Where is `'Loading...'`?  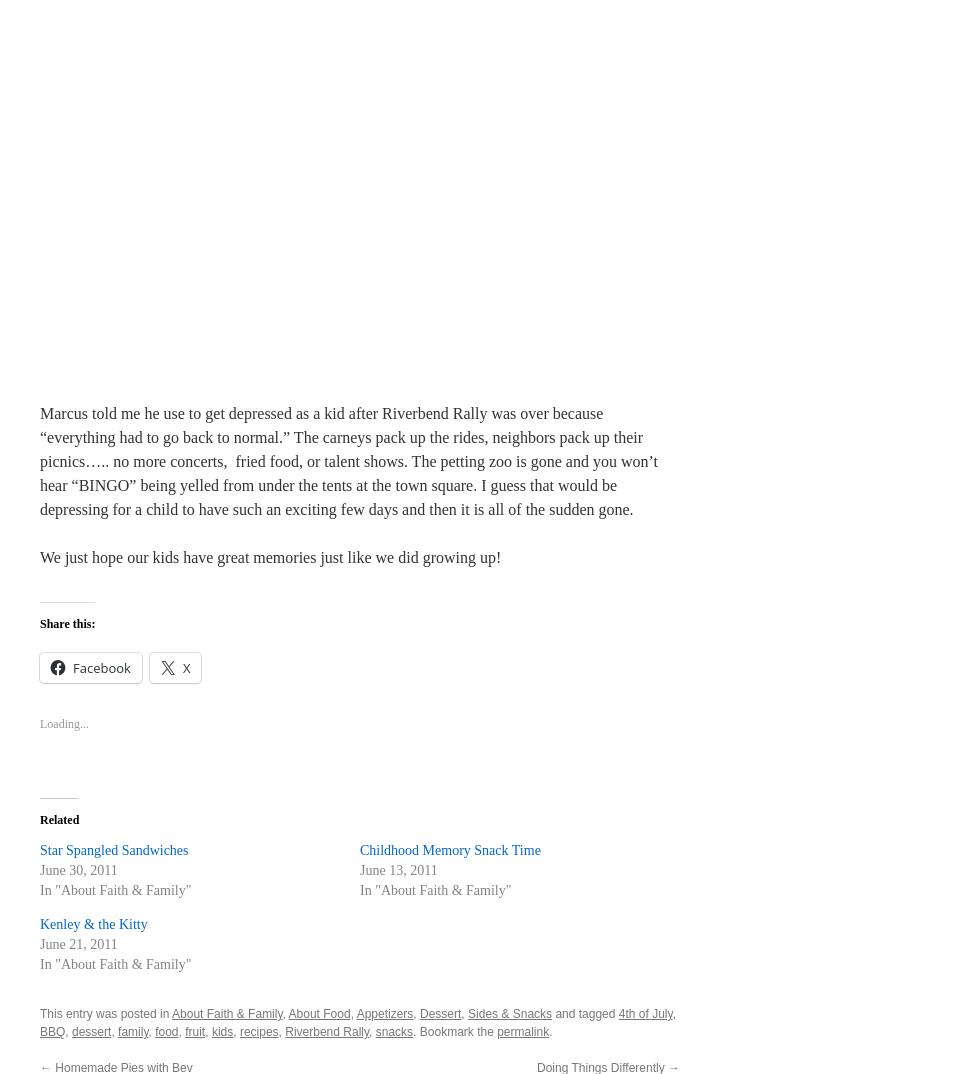 'Loading...' is located at coordinates (64, 723).